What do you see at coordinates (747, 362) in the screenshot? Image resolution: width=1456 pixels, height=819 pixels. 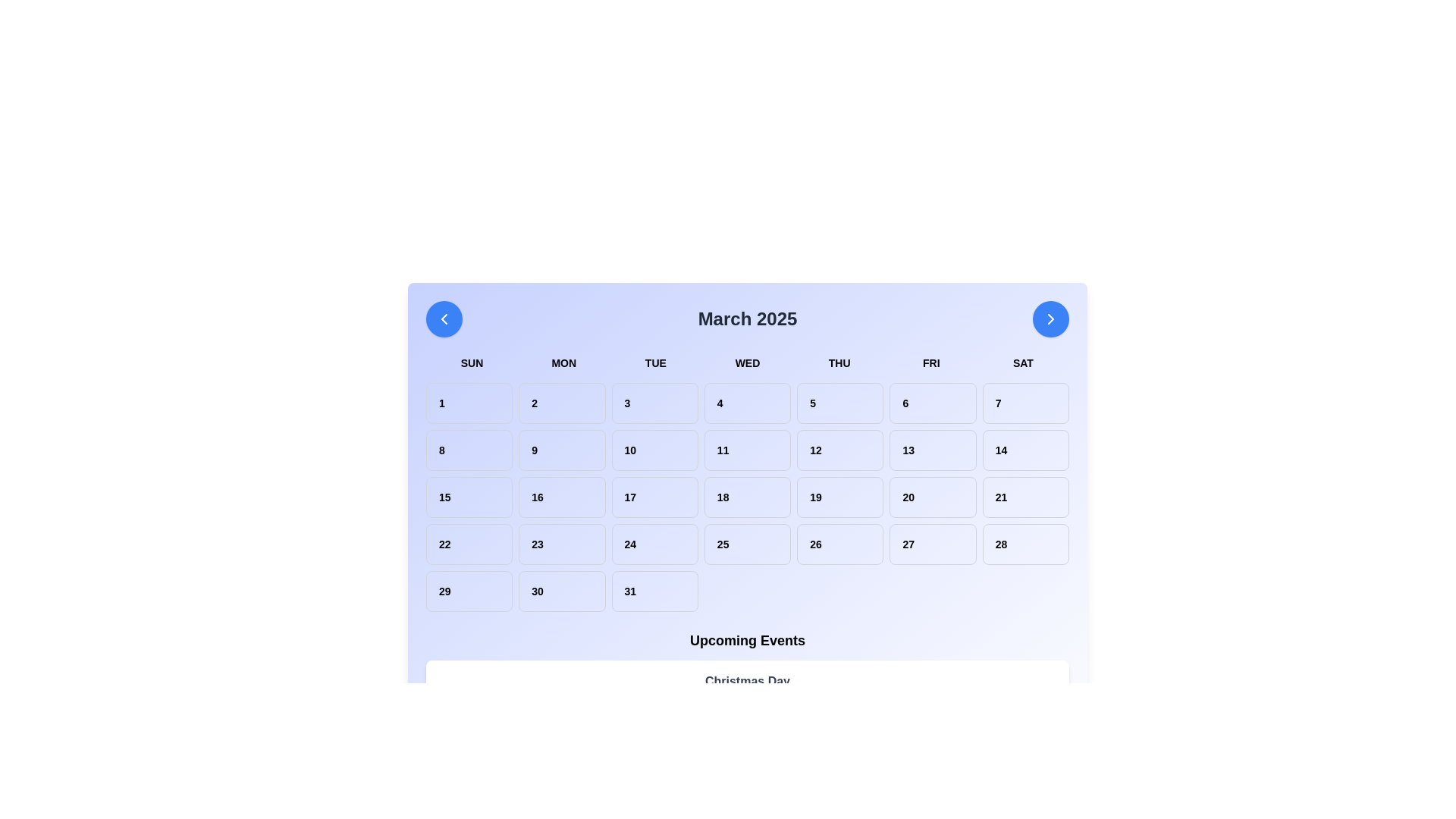 I see `the text label displaying 'Wed', which is styled in bold uppercase letters and centered in the weekday header row of the grid layout` at bounding box center [747, 362].